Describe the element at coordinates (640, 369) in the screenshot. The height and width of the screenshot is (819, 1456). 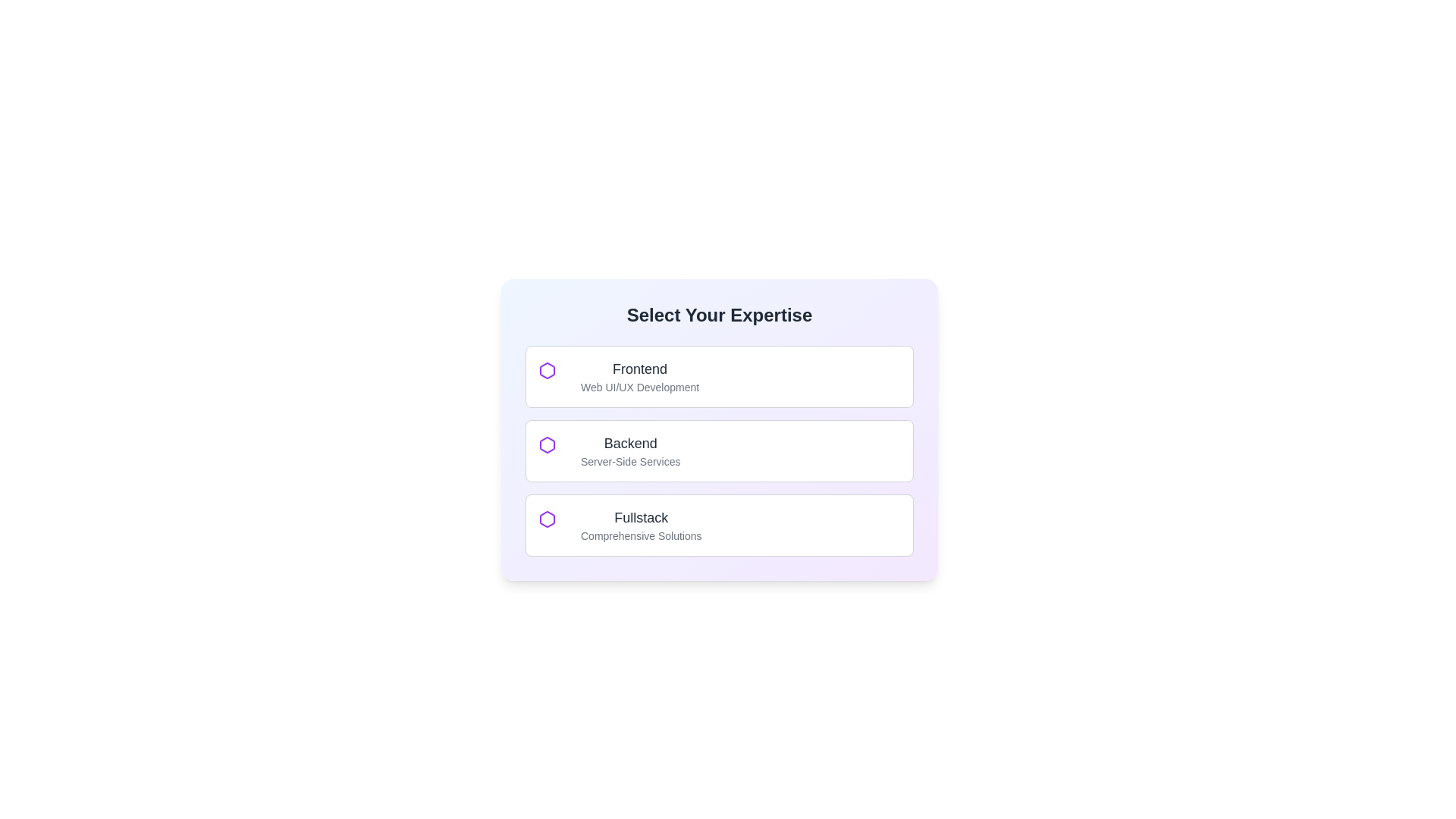
I see `the 'Frontend' text label, which is styled with a large bold font and dark gray color, located at the top of the option group in the interface` at that location.